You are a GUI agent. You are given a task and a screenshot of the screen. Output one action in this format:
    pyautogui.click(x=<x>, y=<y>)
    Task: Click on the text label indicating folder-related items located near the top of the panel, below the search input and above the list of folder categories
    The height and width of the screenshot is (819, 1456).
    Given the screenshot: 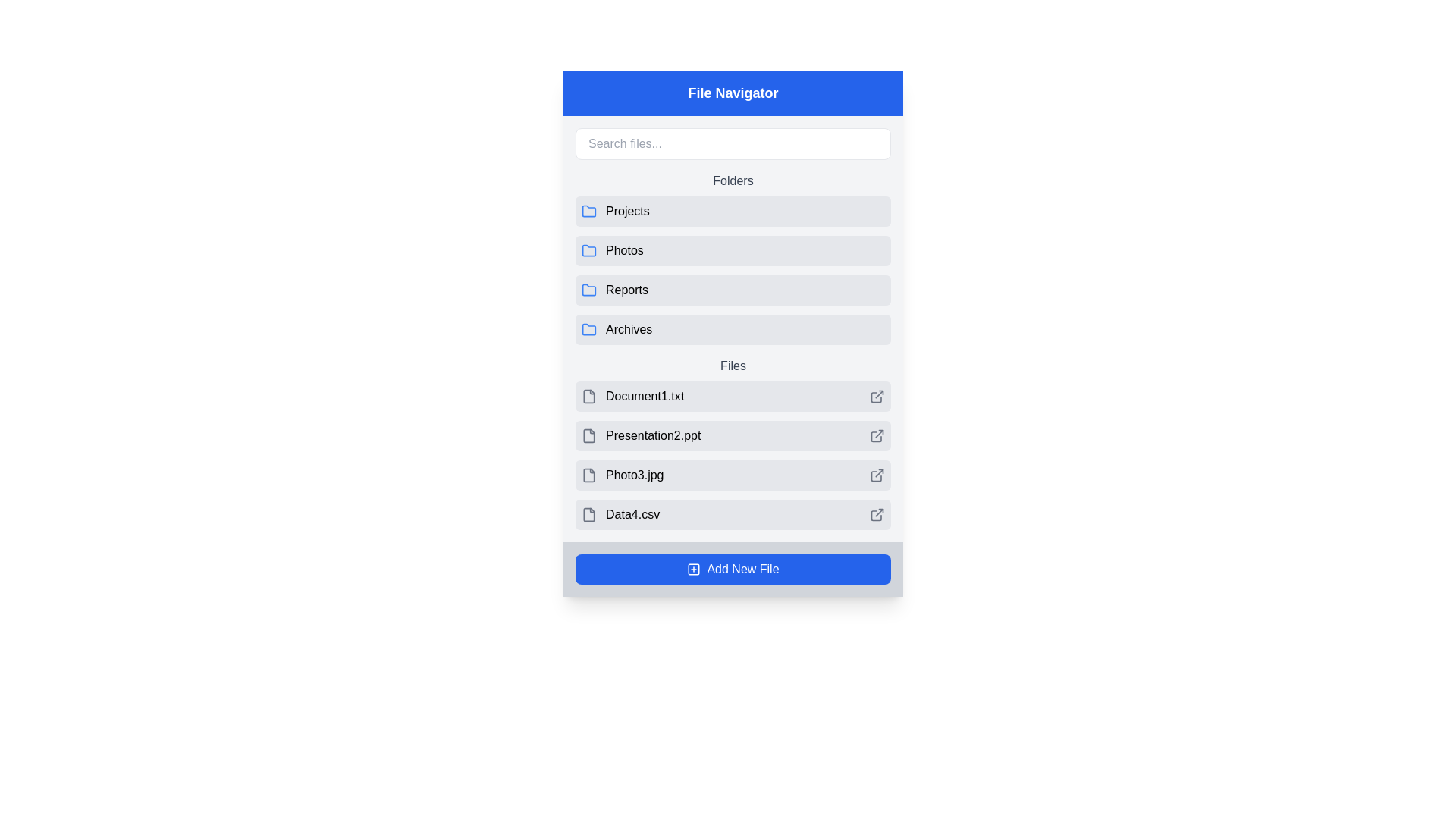 What is the action you would take?
    pyautogui.click(x=733, y=180)
    